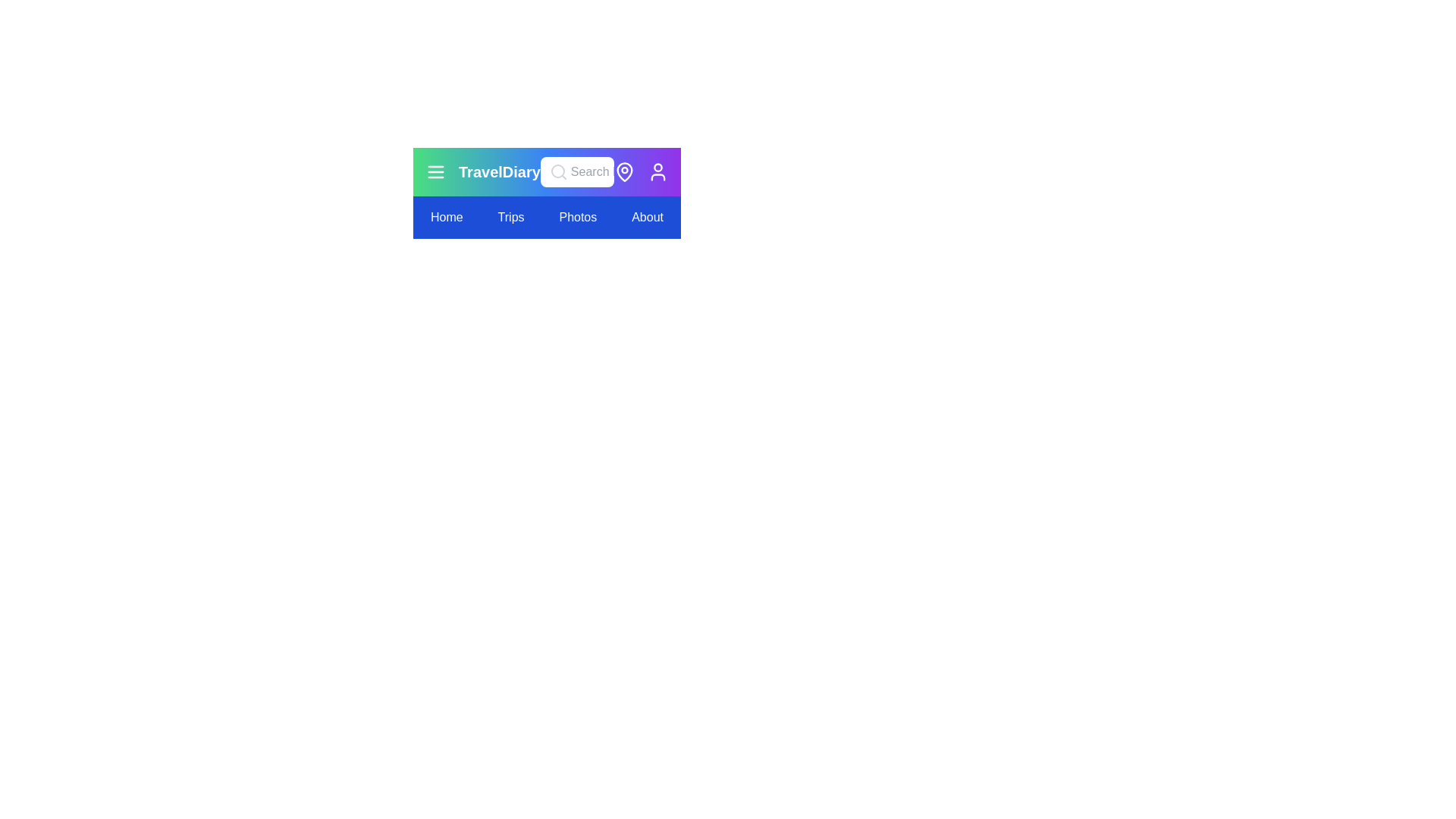 This screenshot has height=819, width=1456. I want to click on user icon to access user settings, so click(658, 171).